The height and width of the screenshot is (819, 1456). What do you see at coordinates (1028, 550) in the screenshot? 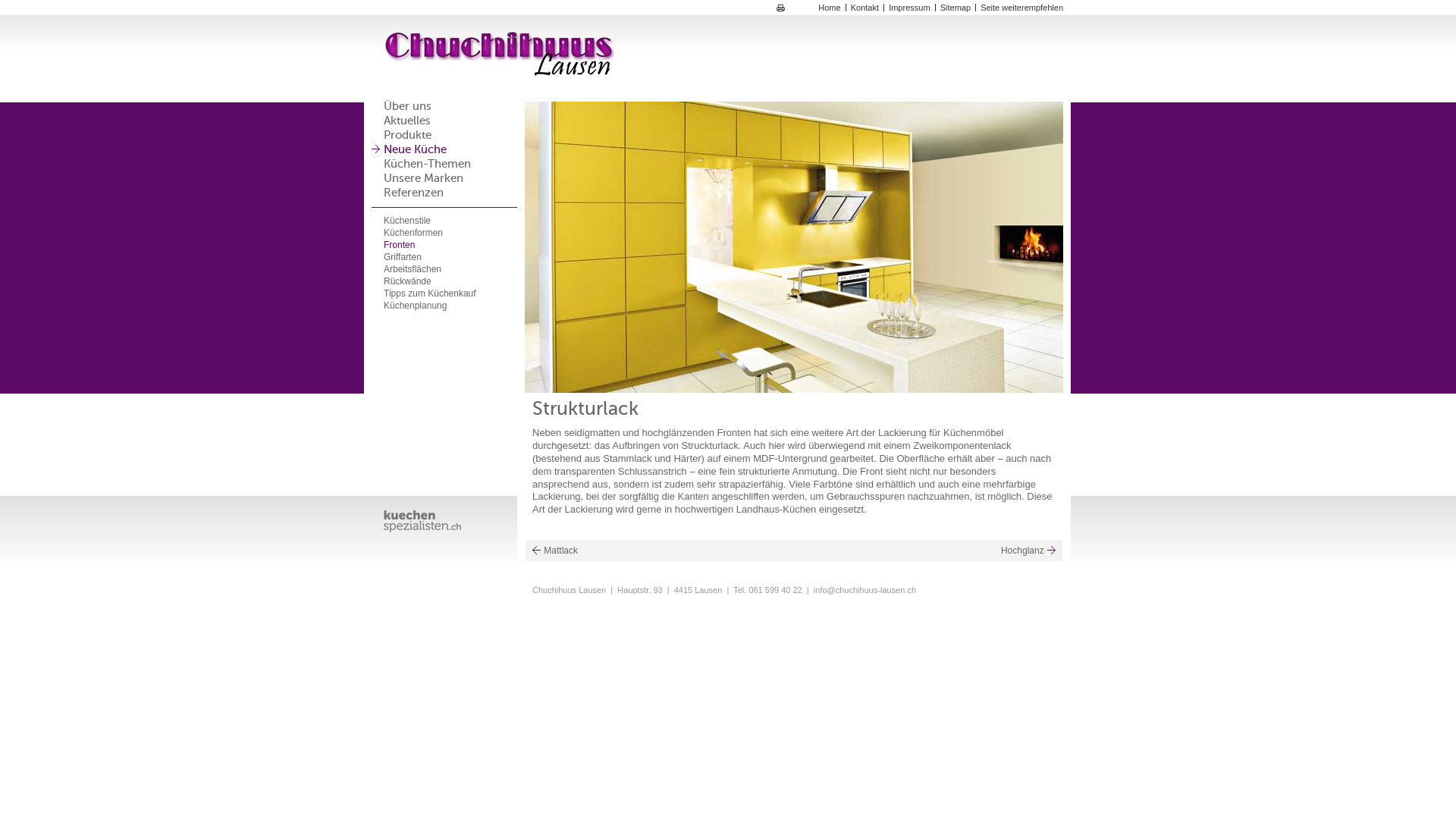
I see `'Hochglanz'` at bounding box center [1028, 550].